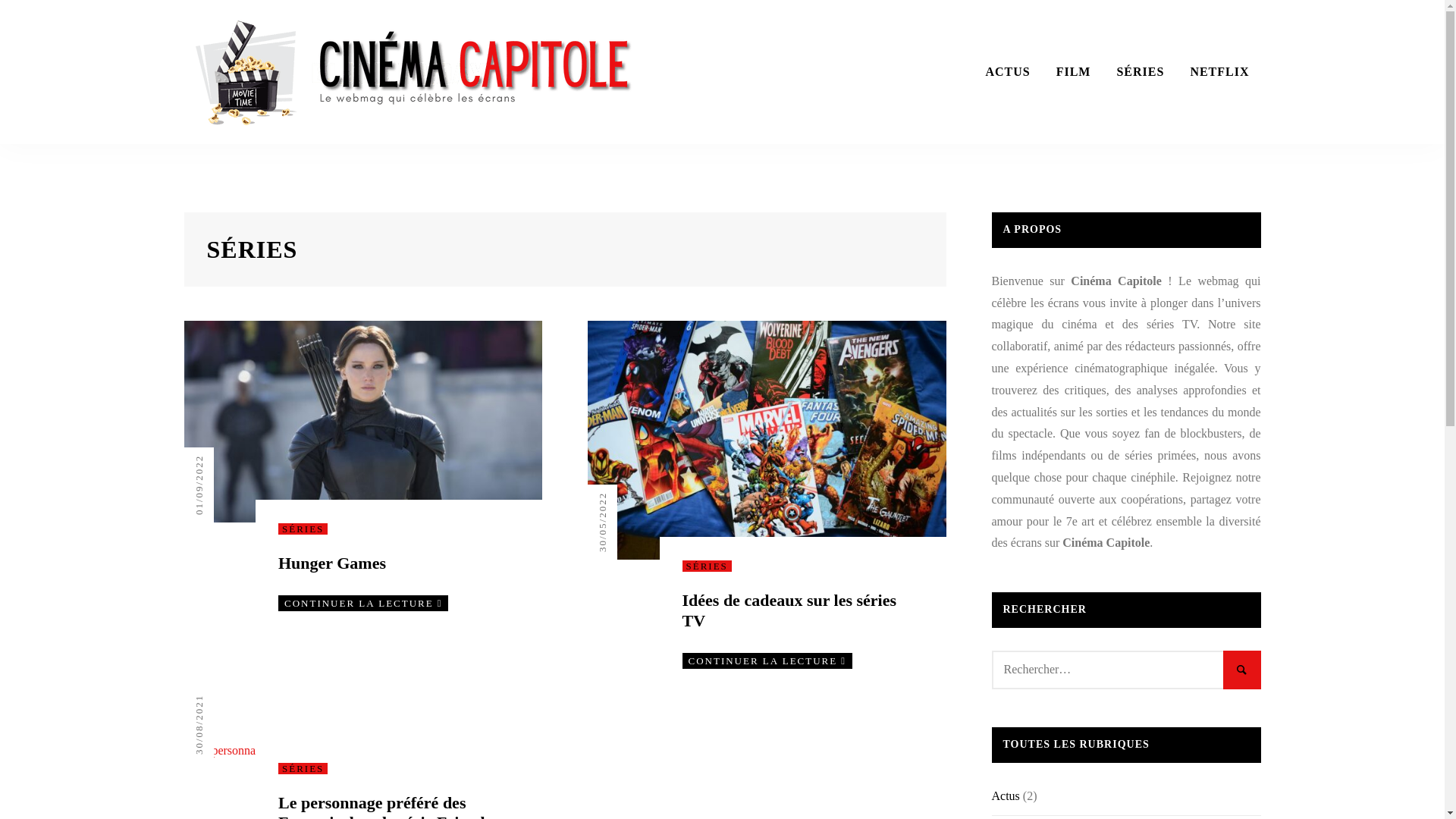 Image resolution: width=1456 pixels, height=819 pixels. What do you see at coordinates (1006, 795) in the screenshot?
I see `'Actus'` at bounding box center [1006, 795].